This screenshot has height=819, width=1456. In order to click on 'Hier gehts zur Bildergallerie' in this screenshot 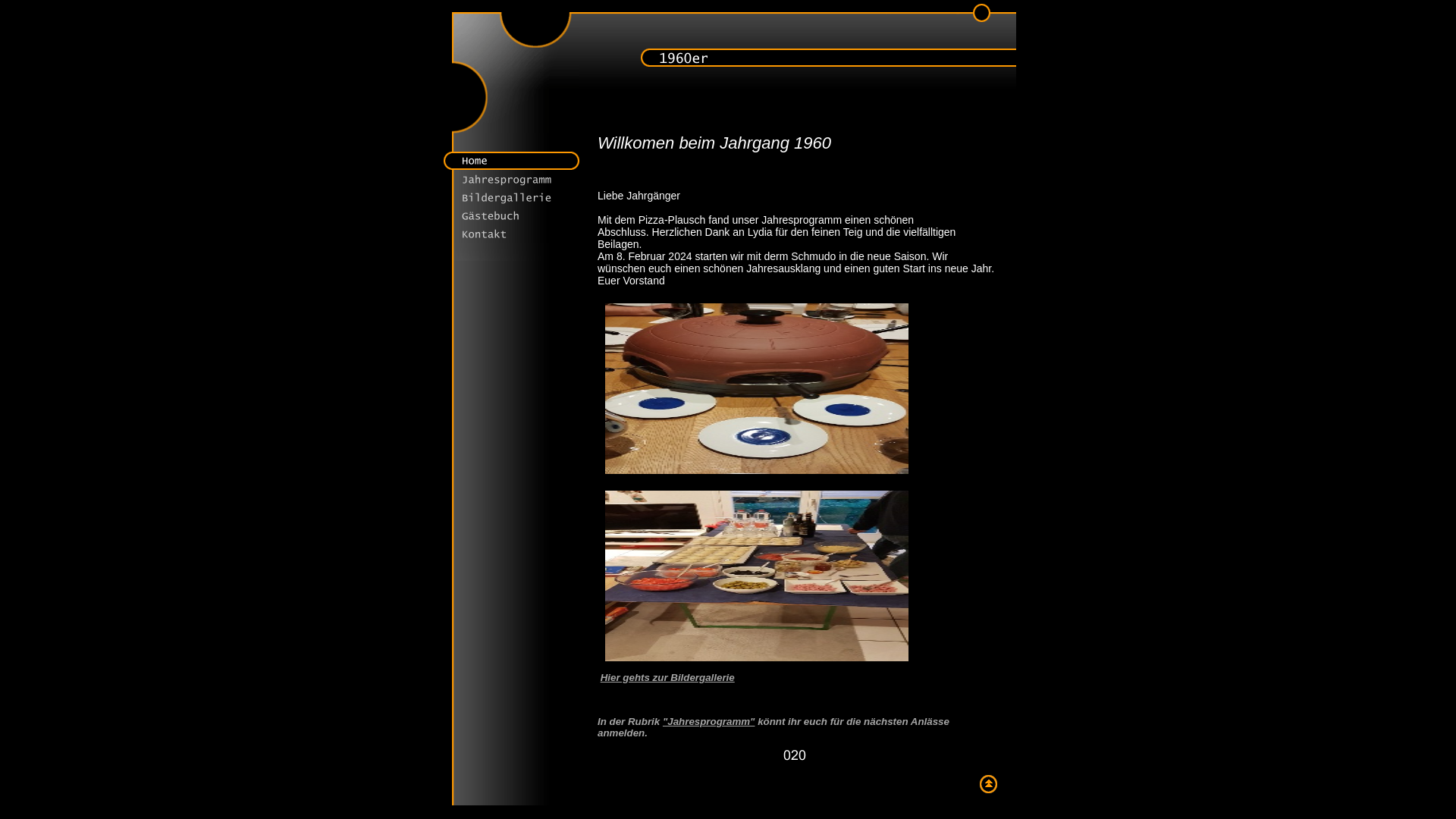, I will do `click(667, 676)`.